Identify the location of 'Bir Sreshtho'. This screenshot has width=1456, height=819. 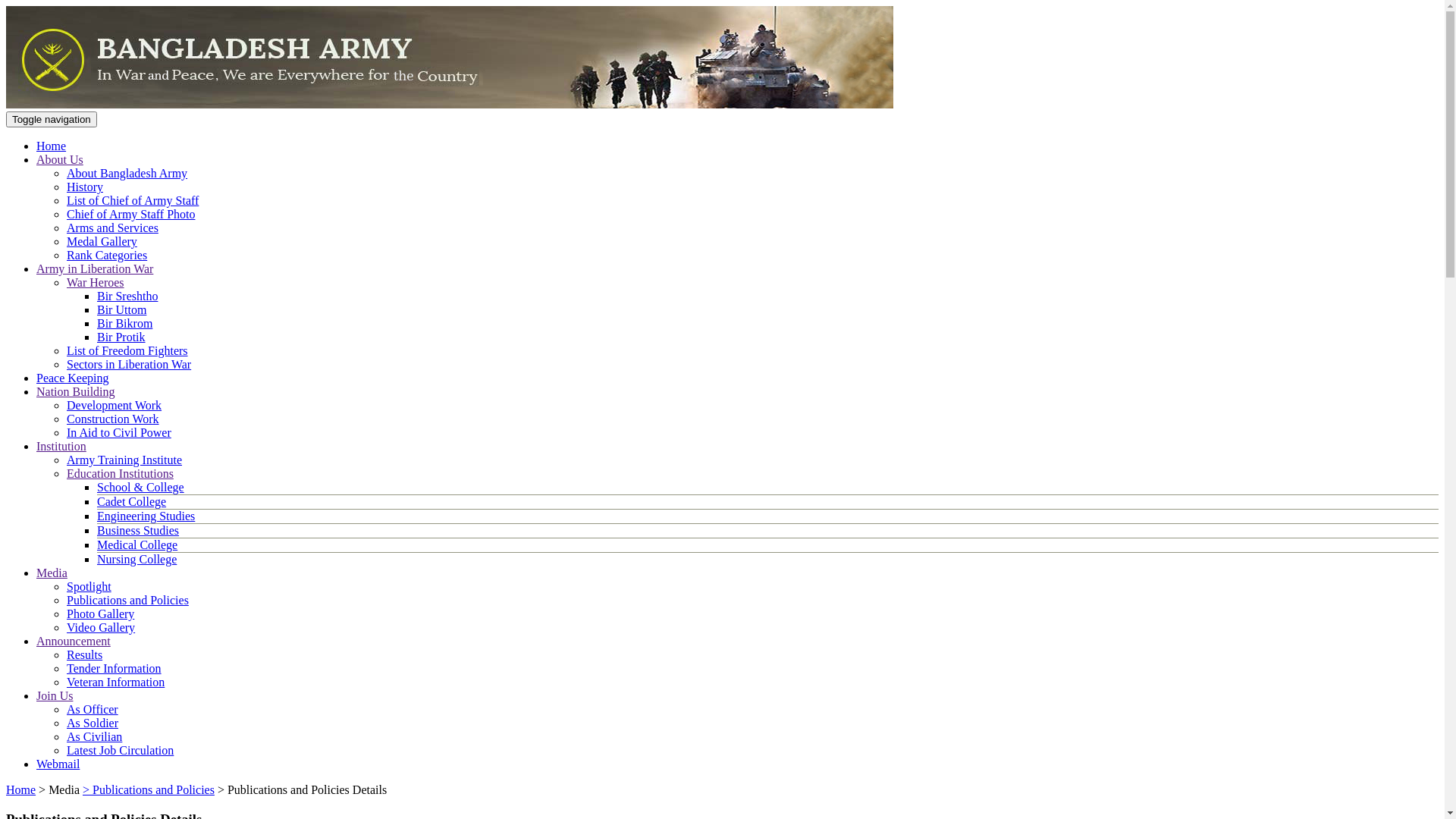
(127, 296).